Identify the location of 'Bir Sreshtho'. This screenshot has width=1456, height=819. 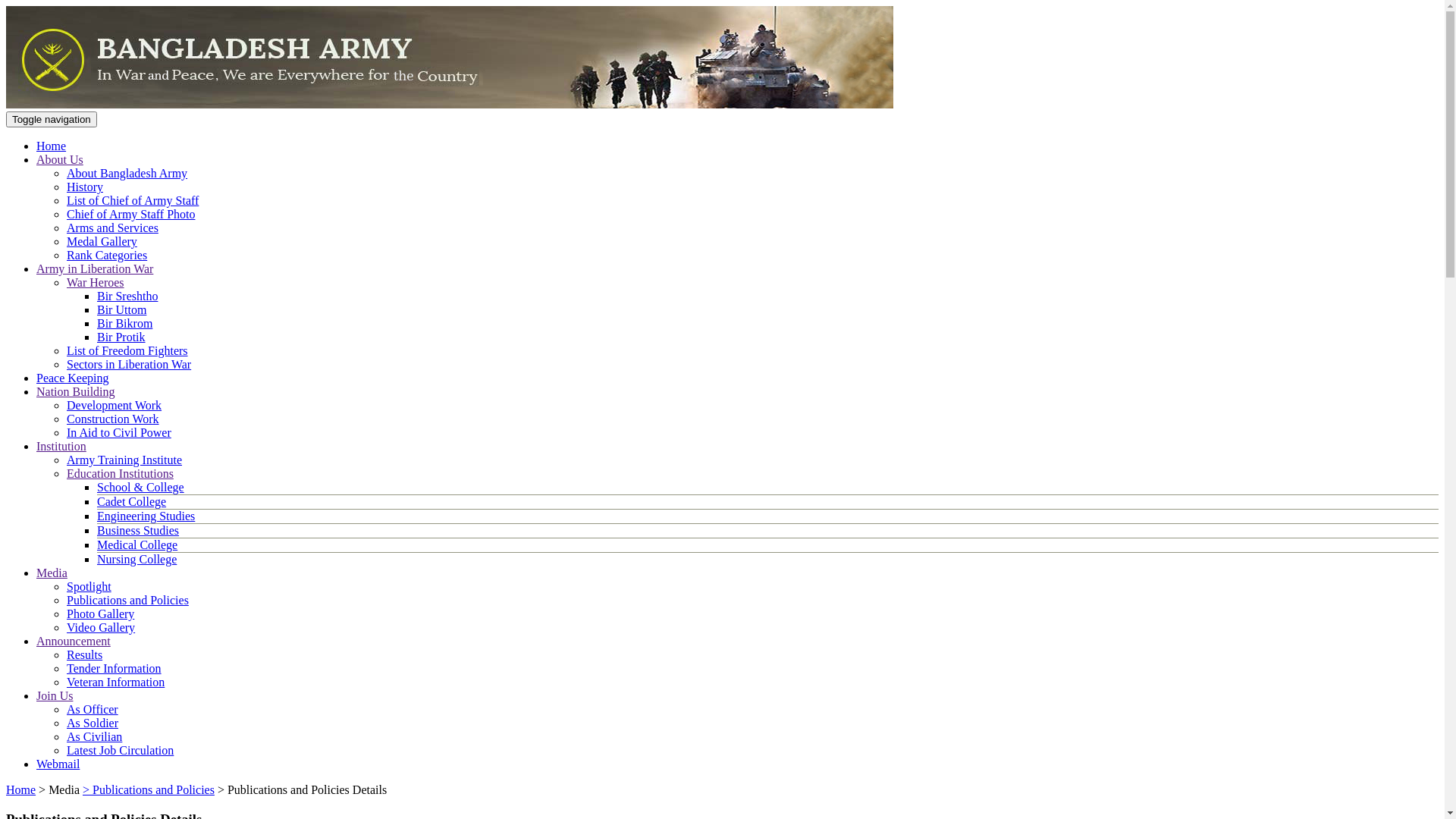
(127, 296).